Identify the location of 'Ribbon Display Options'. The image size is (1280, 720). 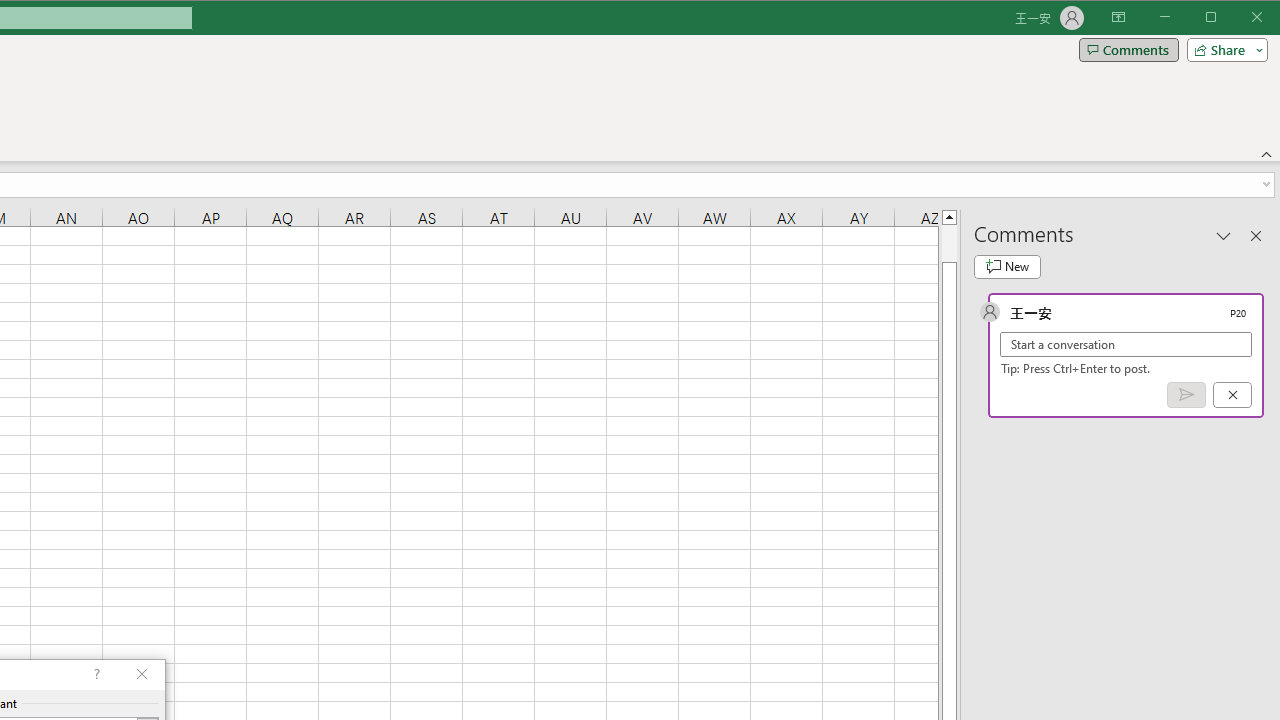
(1117, 18).